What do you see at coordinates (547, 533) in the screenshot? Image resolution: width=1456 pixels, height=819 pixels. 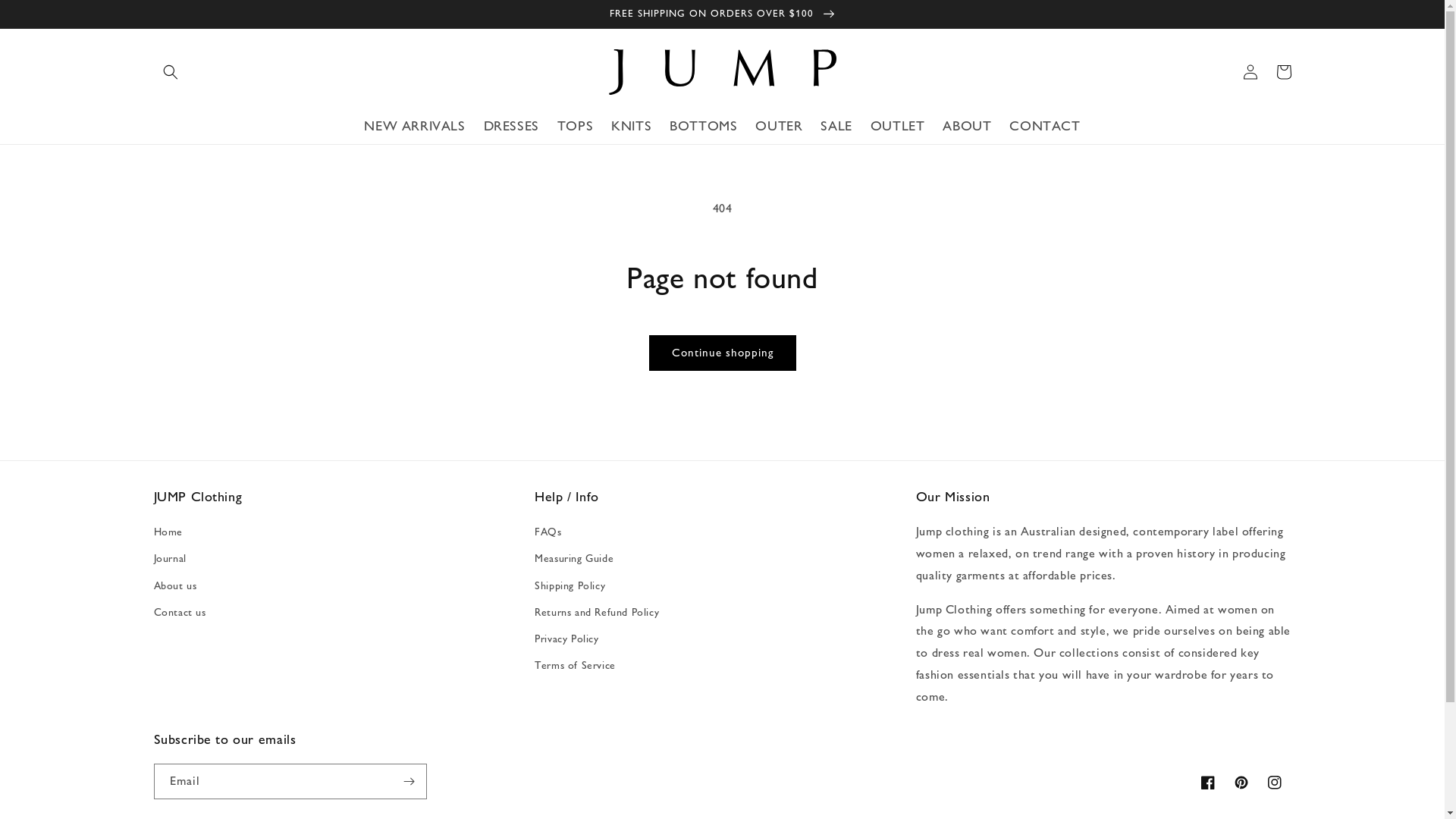 I see `'FAQs'` at bounding box center [547, 533].